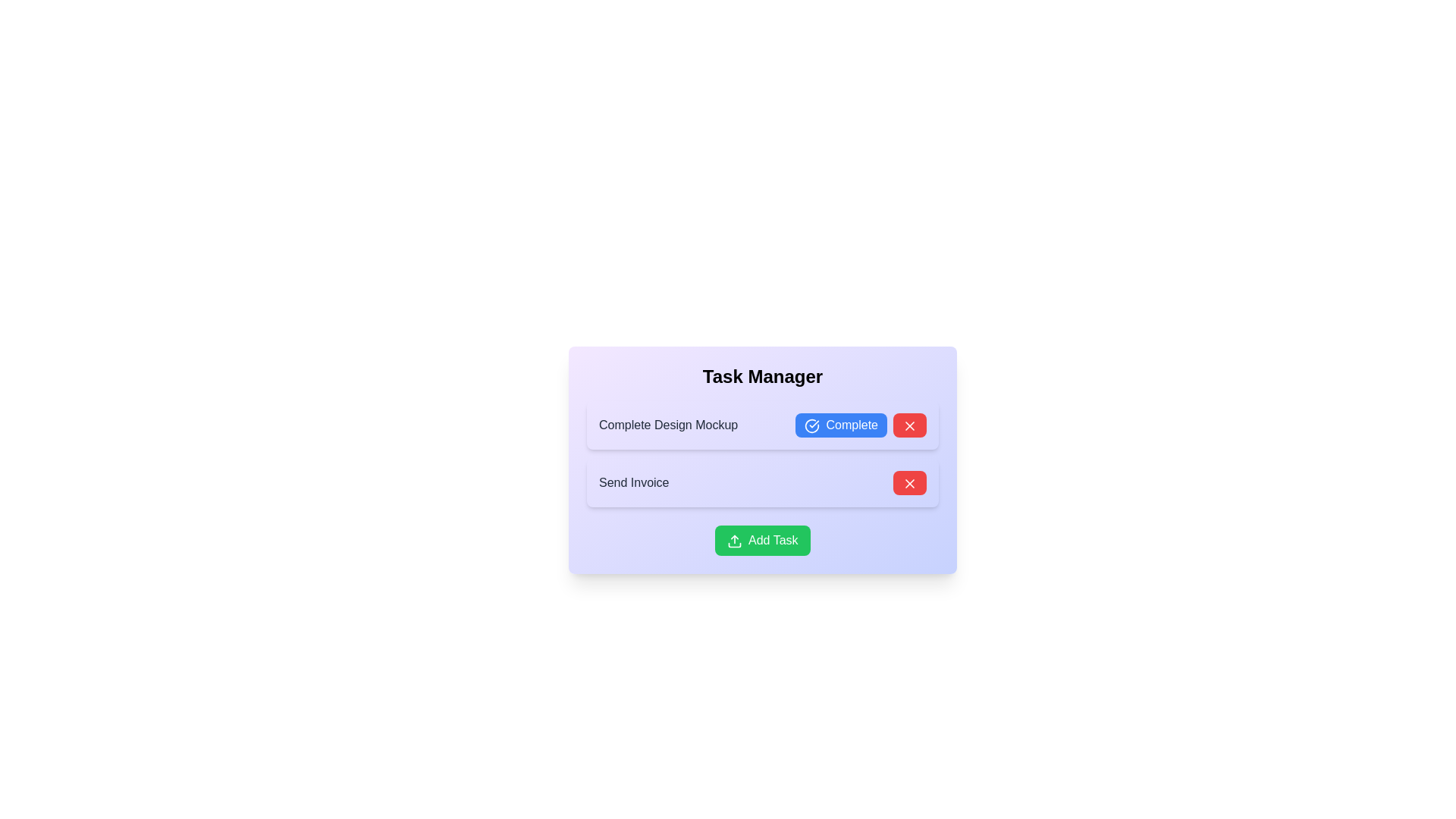 This screenshot has height=819, width=1456. I want to click on the blue 'Complete' button with a checkmark icon on the left side, located in the first row of the 'Task Manager' interface, so click(840, 425).